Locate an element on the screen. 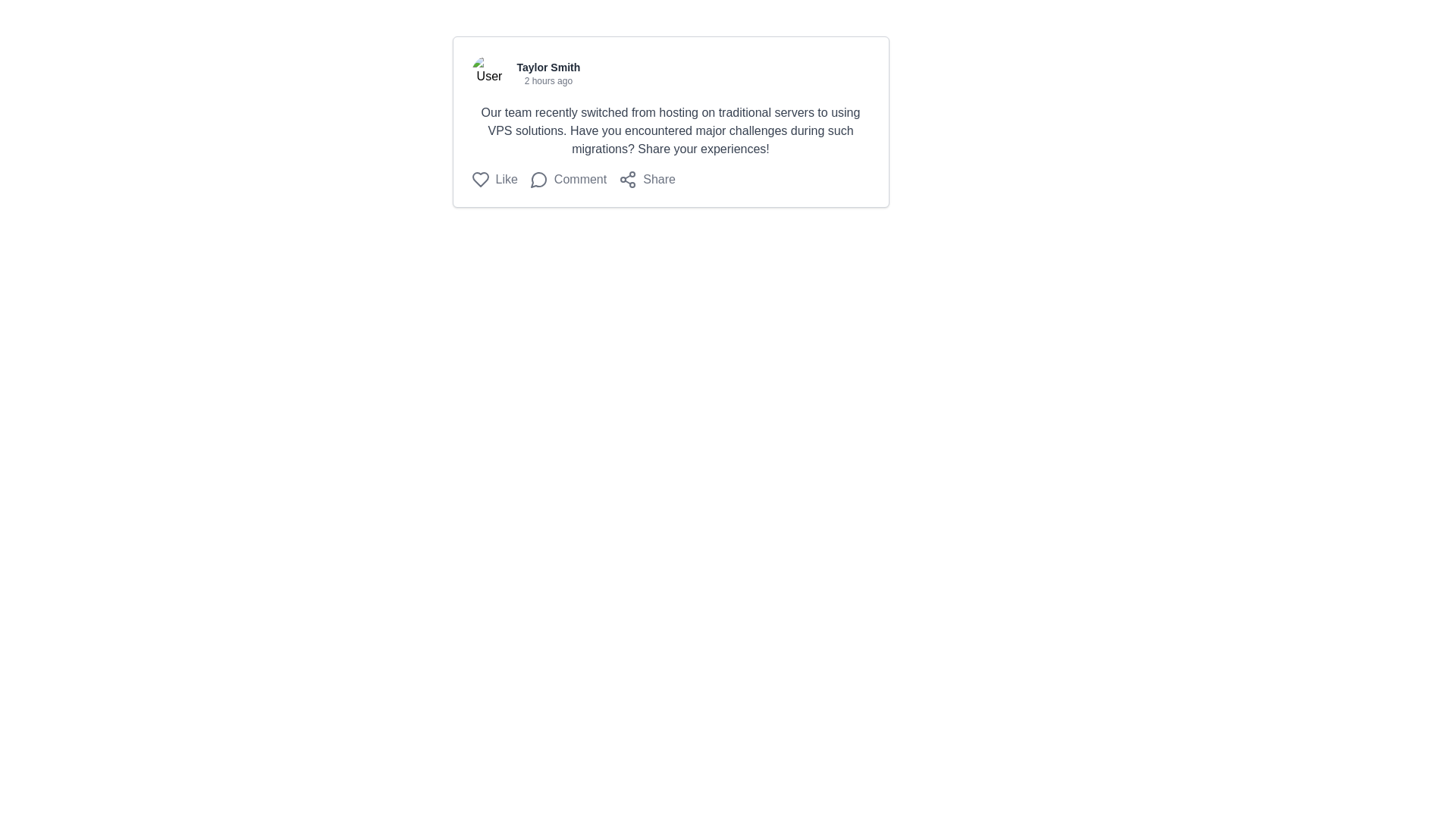 The height and width of the screenshot is (819, 1456). the share icon, which resembles a triangular layout formed by three dots connected by two lines, located to the left of the 'Share' text label is located at coordinates (628, 178).